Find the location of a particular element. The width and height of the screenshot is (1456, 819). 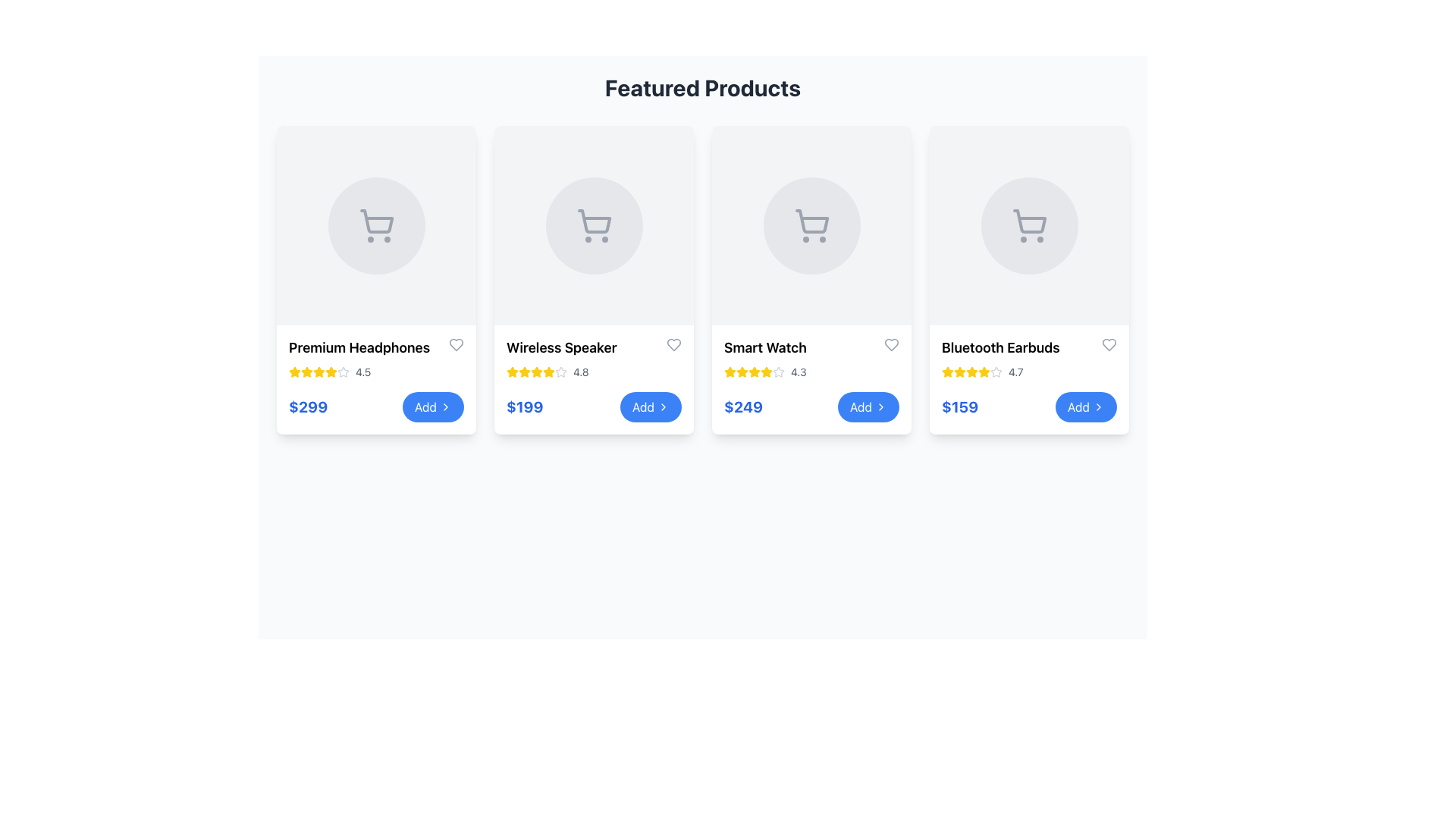

the button located at the bottom-right of the fourth product card for Bluetooth Earbuds to trigger the hover effect is located at coordinates (1085, 406).